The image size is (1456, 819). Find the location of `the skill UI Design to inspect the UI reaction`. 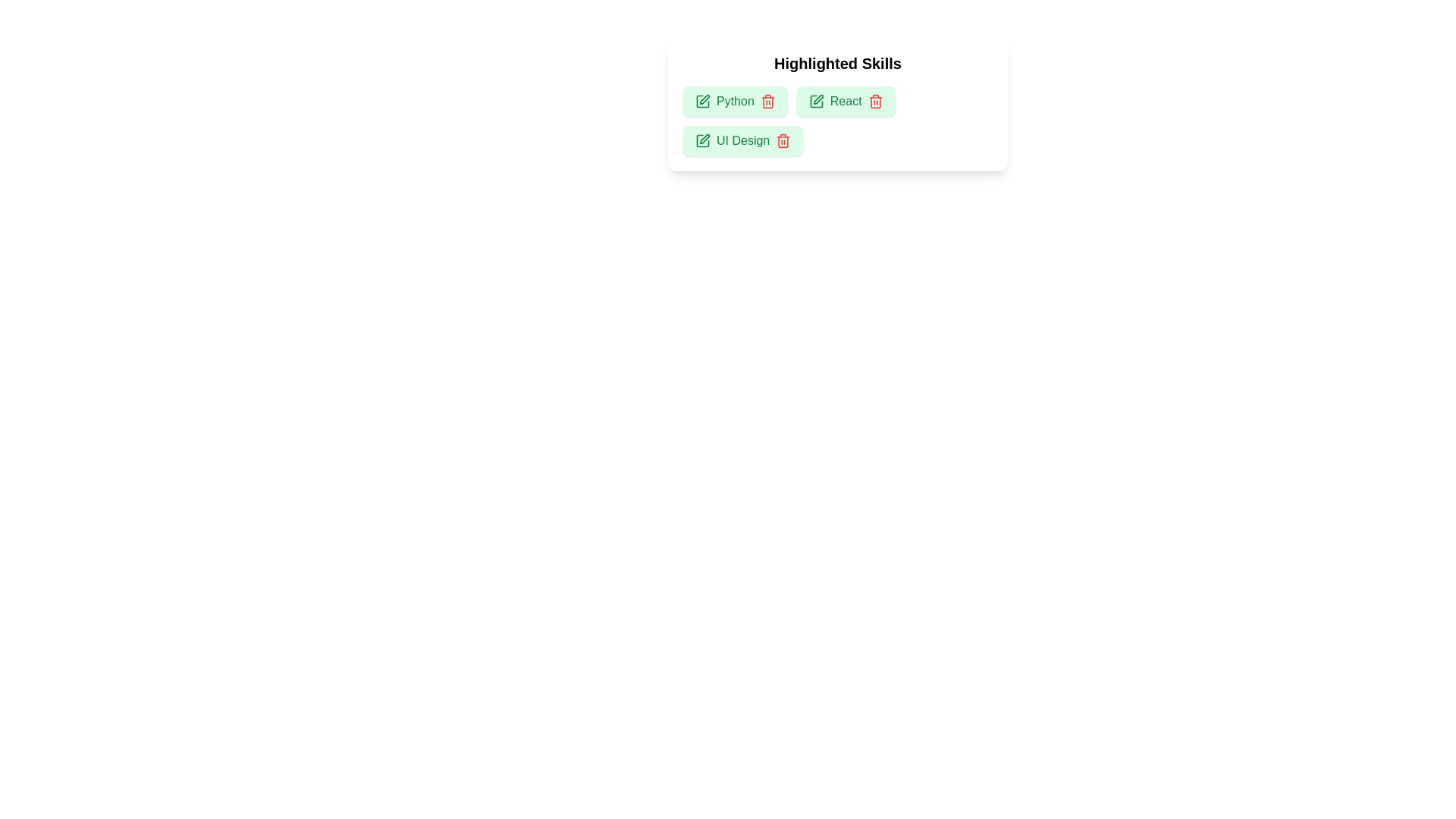

the skill UI Design to inspect the UI reaction is located at coordinates (743, 140).